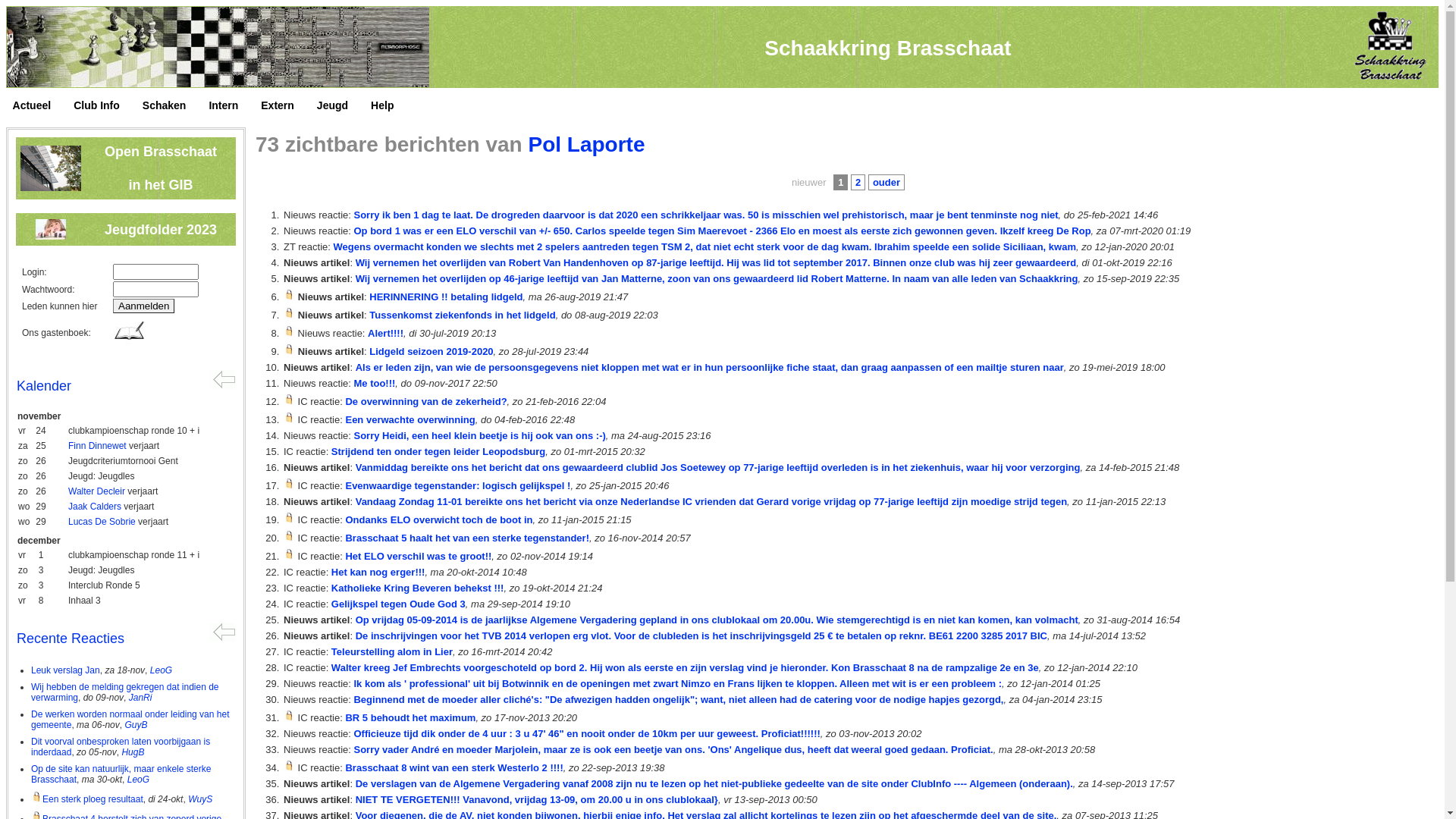 The image size is (1456, 819). I want to click on 'Gelijkspel tegen Oude God 3', so click(398, 603).